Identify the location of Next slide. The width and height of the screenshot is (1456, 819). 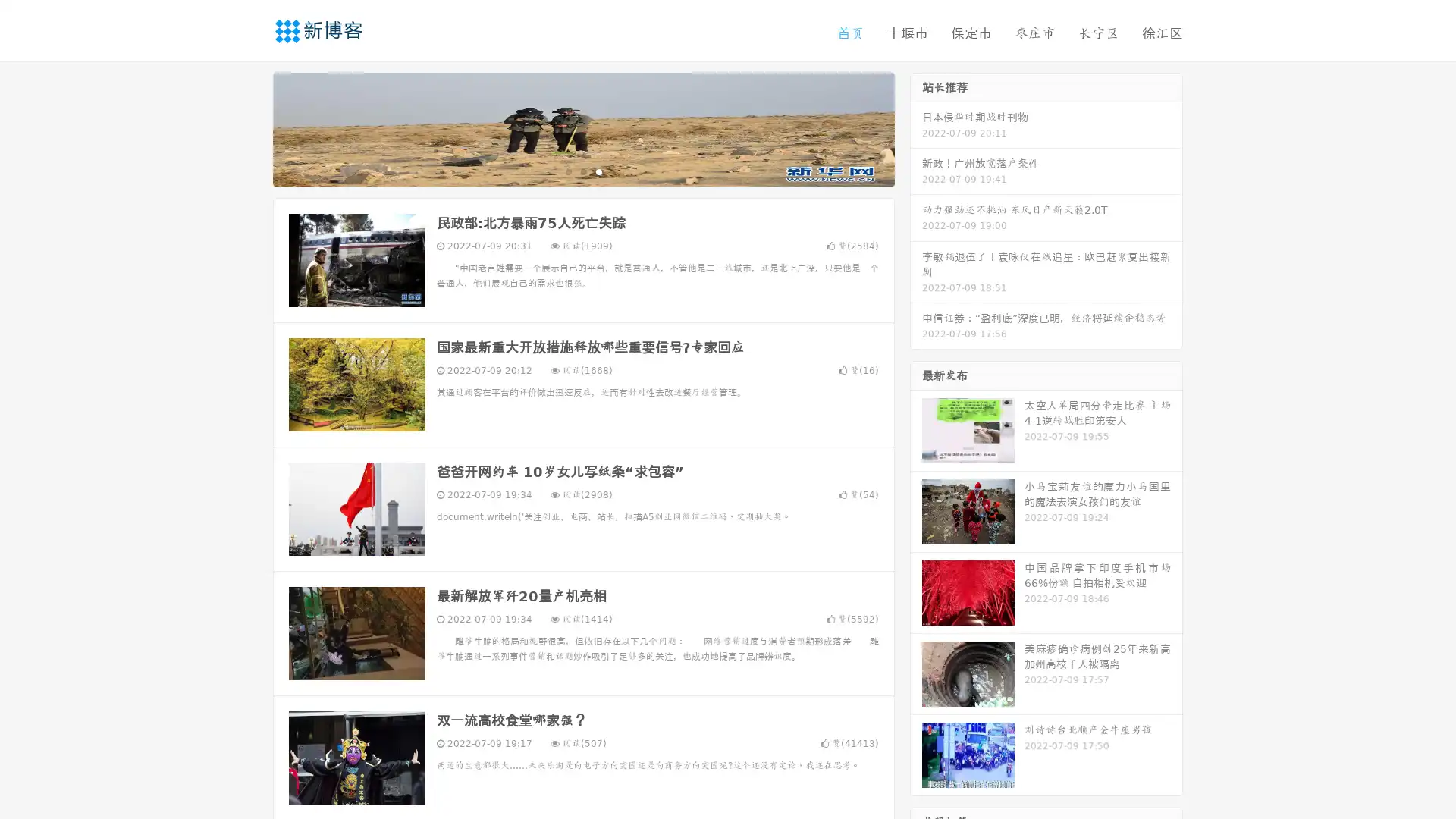
(916, 127).